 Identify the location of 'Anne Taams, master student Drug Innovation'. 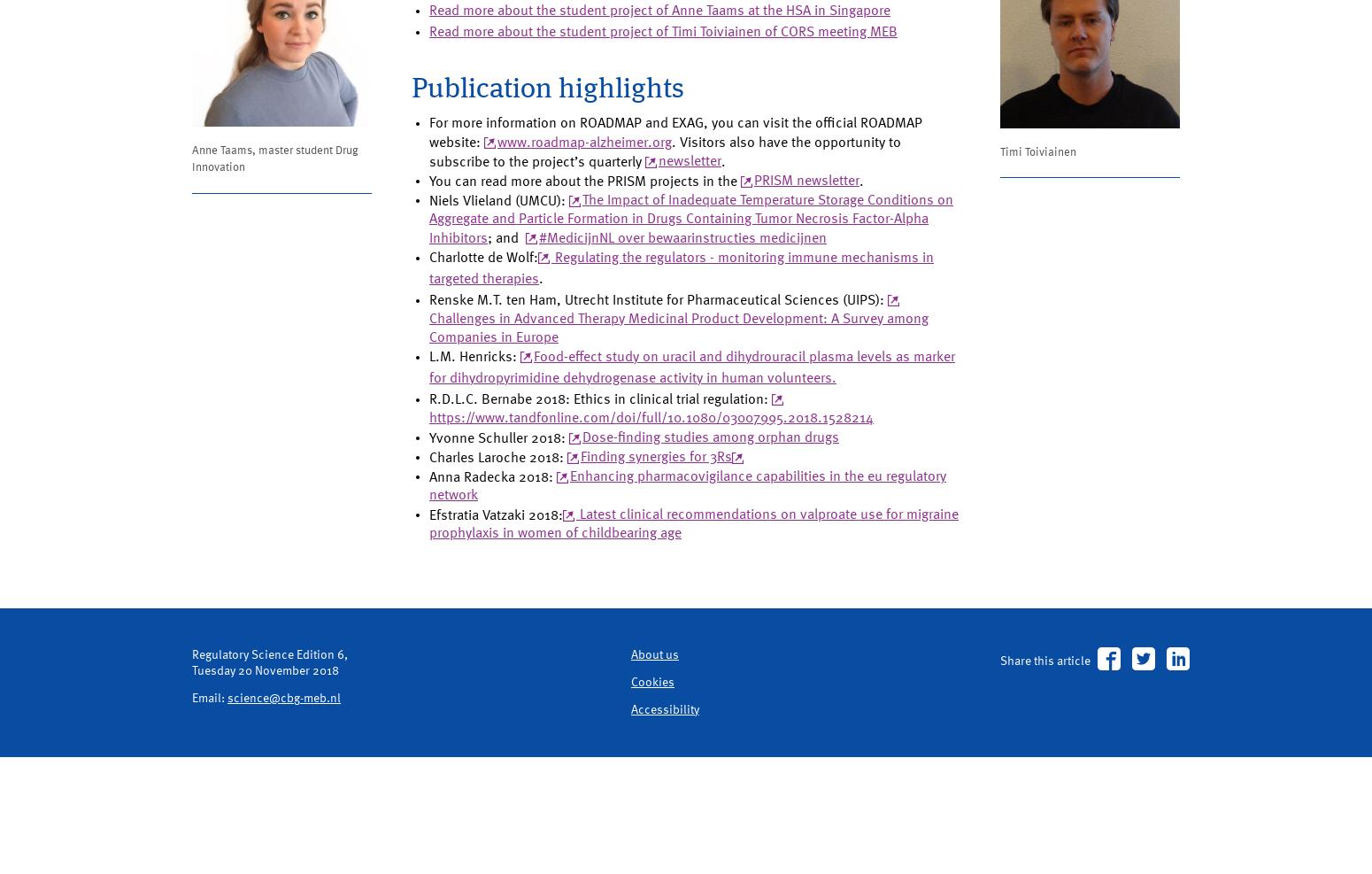
(280, 225).